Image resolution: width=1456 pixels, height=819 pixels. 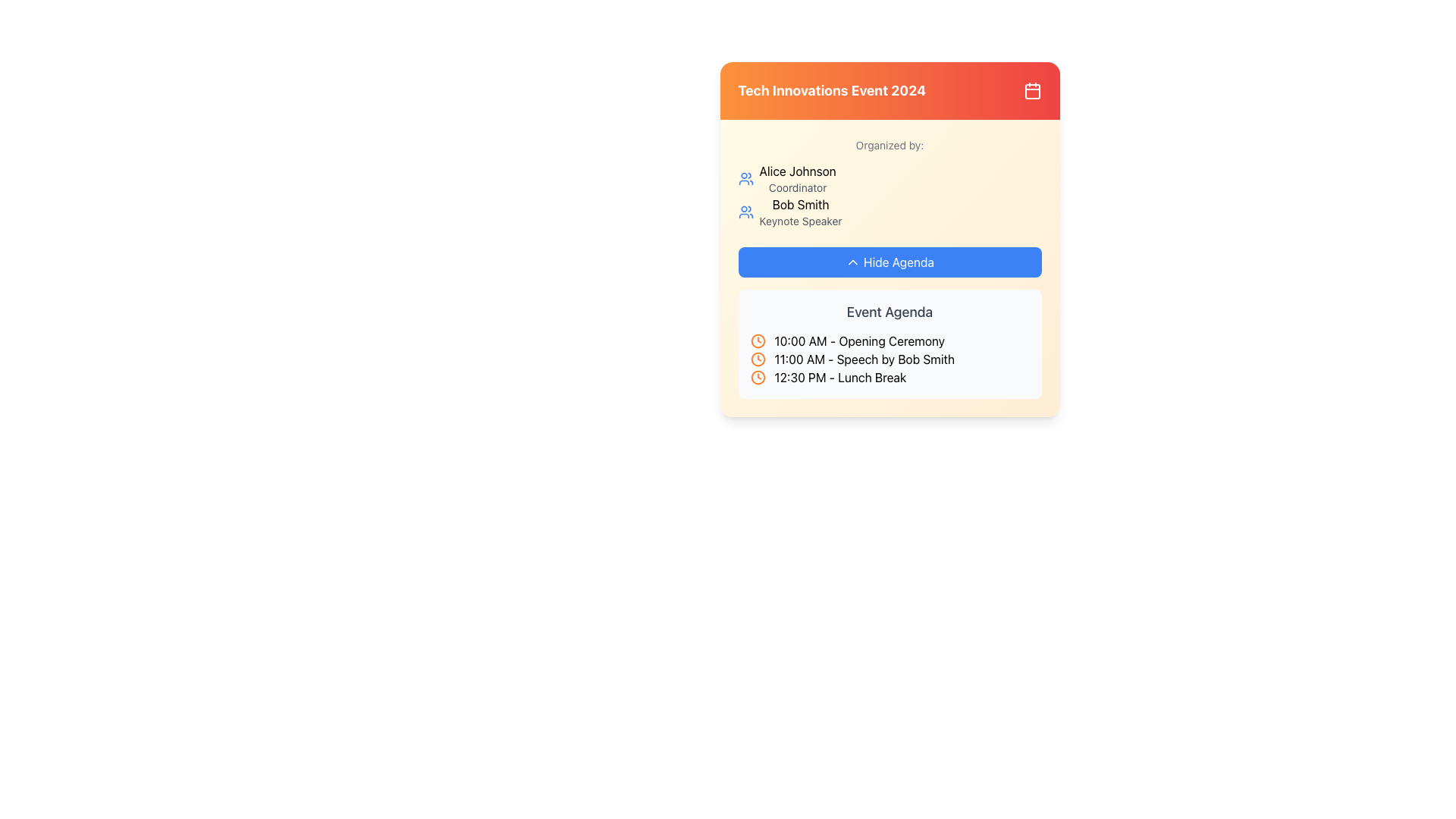 I want to click on the second list item under the 'Event Agenda' section, which features an orange clock icon and the text '11:00 AM - Speech by Bob Smith', to interact with the event information, so click(x=890, y=359).